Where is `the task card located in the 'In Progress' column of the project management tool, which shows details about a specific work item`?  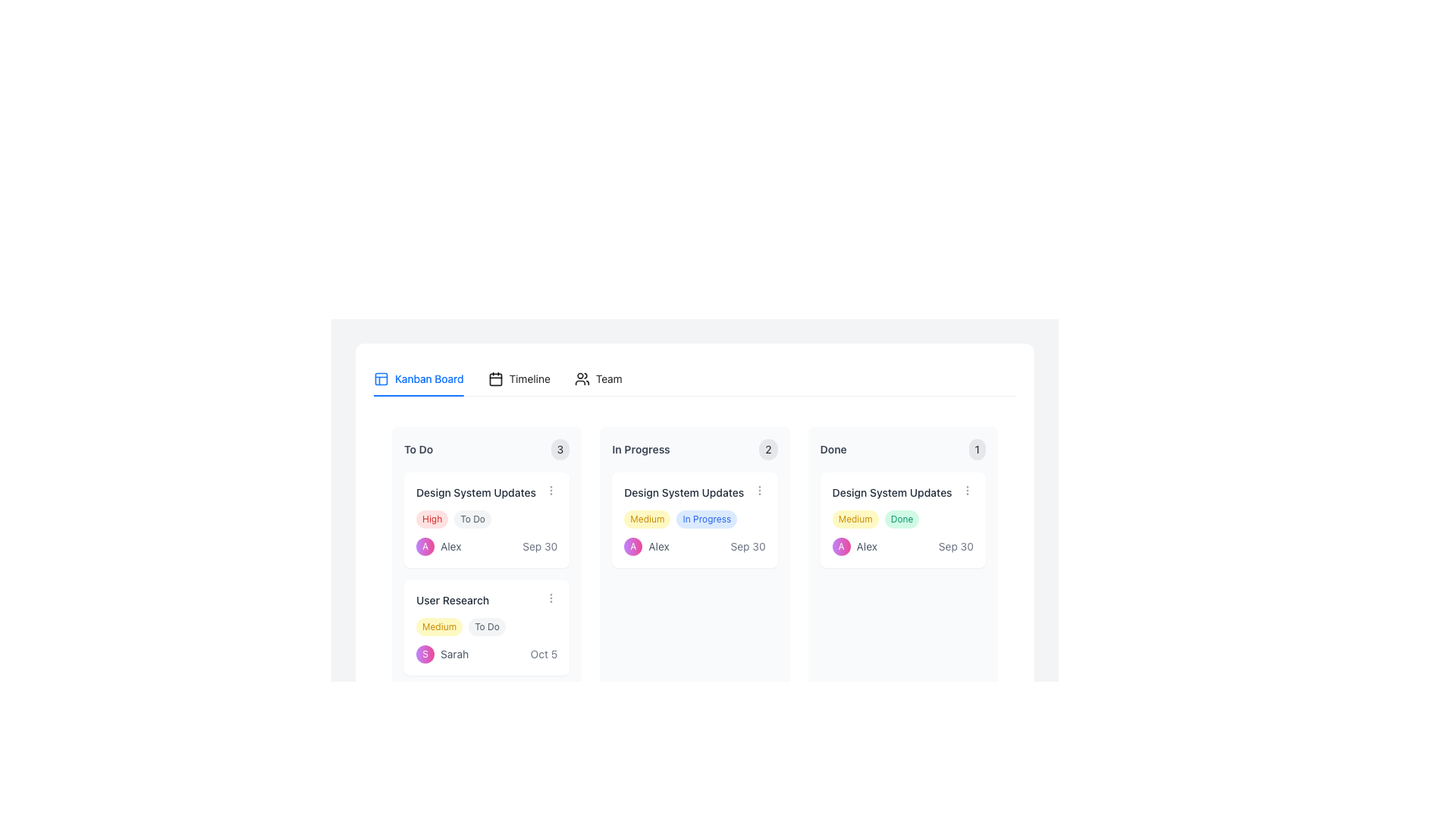
the task card located in the 'In Progress' column of the project management tool, which shows details about a specific work item is located at coordinates (694, 563).